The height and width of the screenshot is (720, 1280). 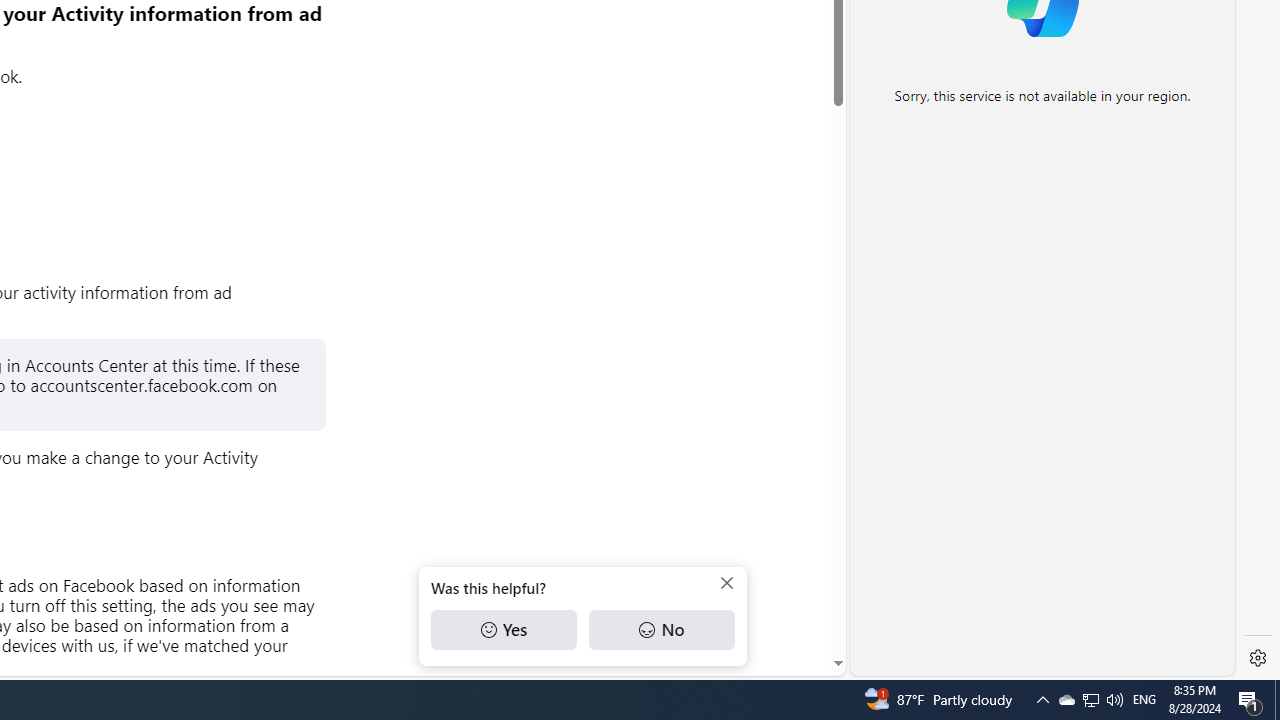 I want to click on 'Dismiss', so click(x=726, y=583).